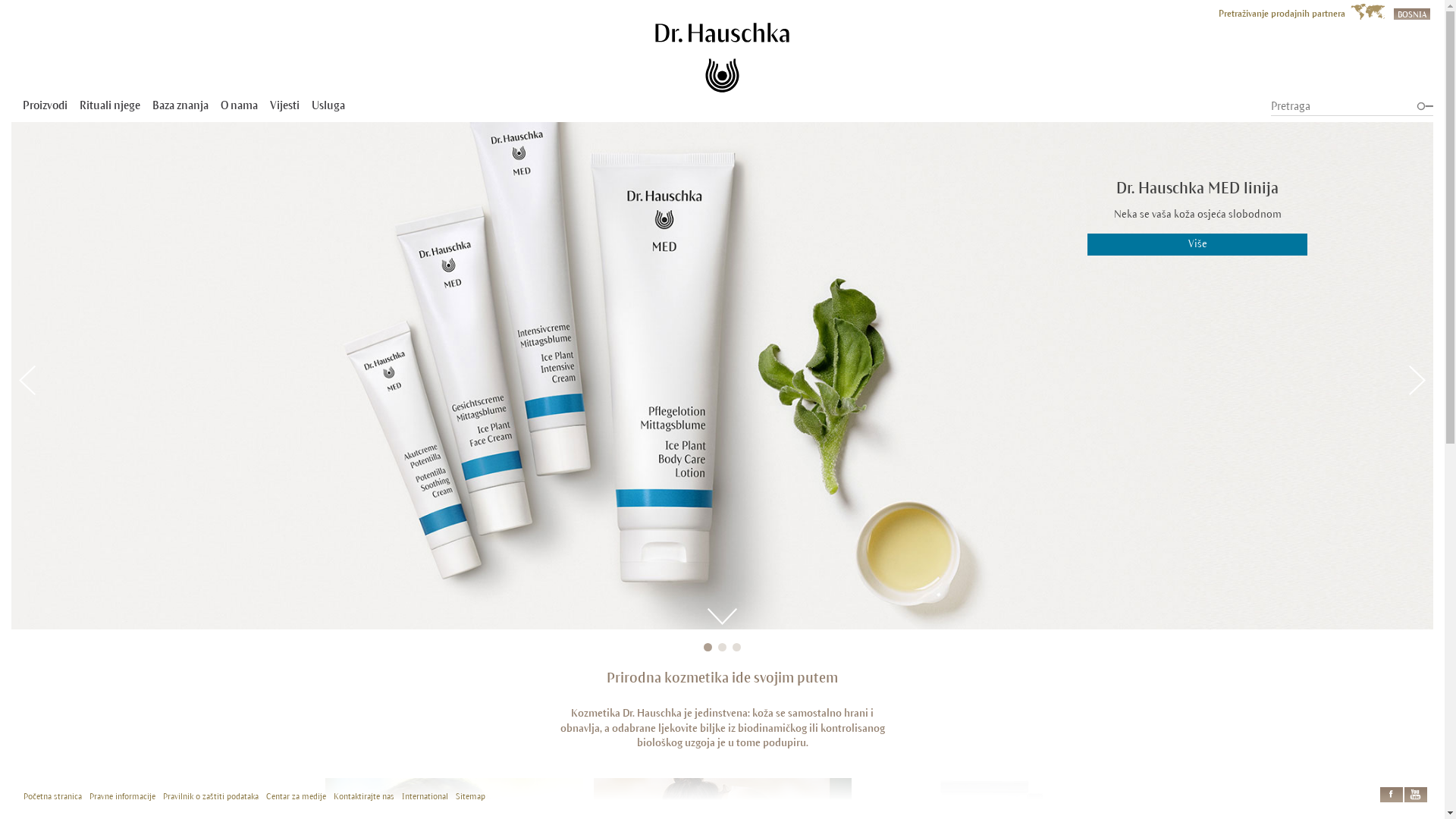 The height and width of the screenshot is (819, 1456). What do you see at coordinates (1416, 379) in the screenshot?
I see `'Next'` at bounding box center [1416, 379].